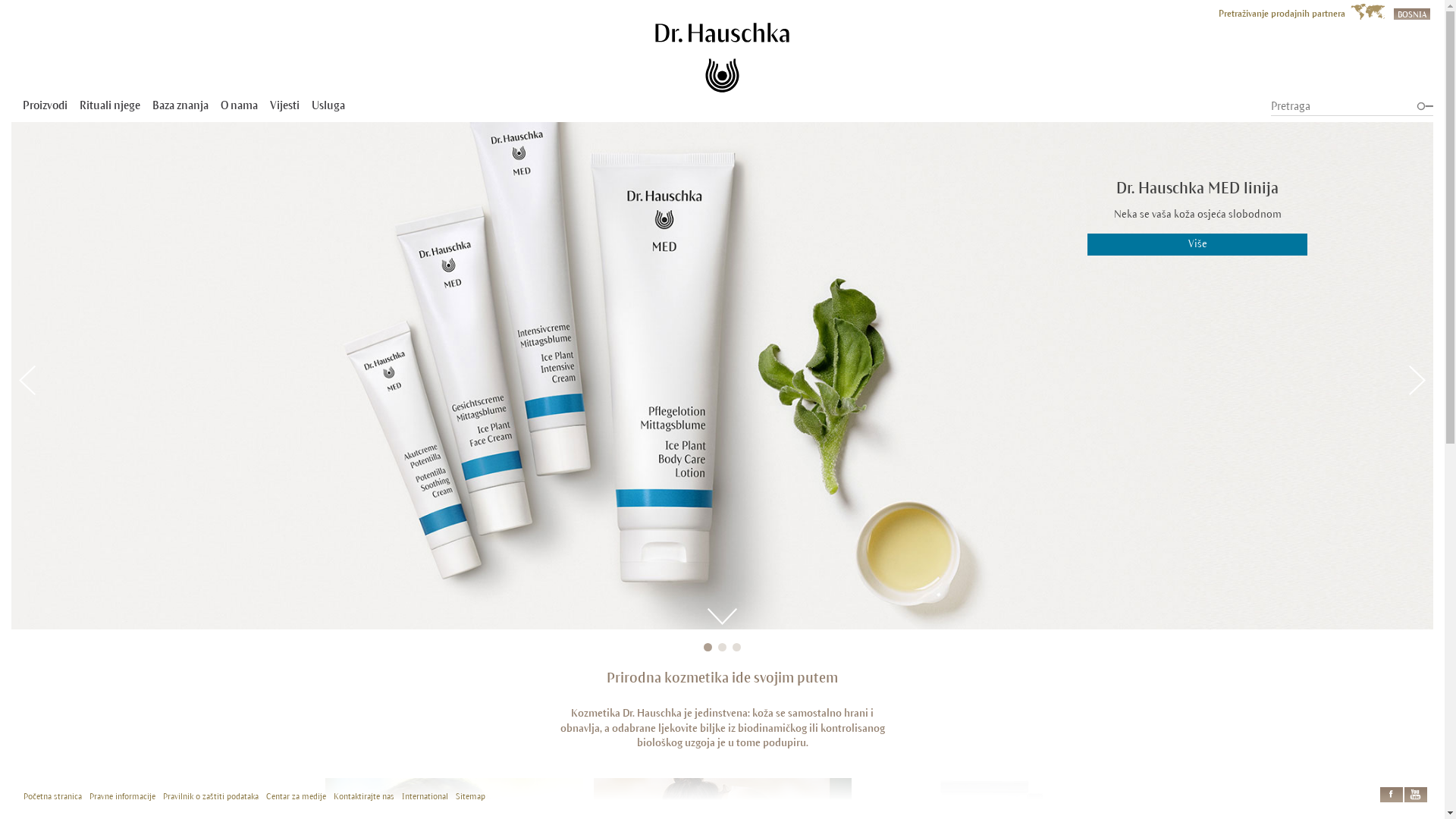 The height and width of the screenshot is (819, 1456). What do you see at coordinates (1416, 379) in the screenshot?
I see `'Next'` at bounding box center [1416, 379].